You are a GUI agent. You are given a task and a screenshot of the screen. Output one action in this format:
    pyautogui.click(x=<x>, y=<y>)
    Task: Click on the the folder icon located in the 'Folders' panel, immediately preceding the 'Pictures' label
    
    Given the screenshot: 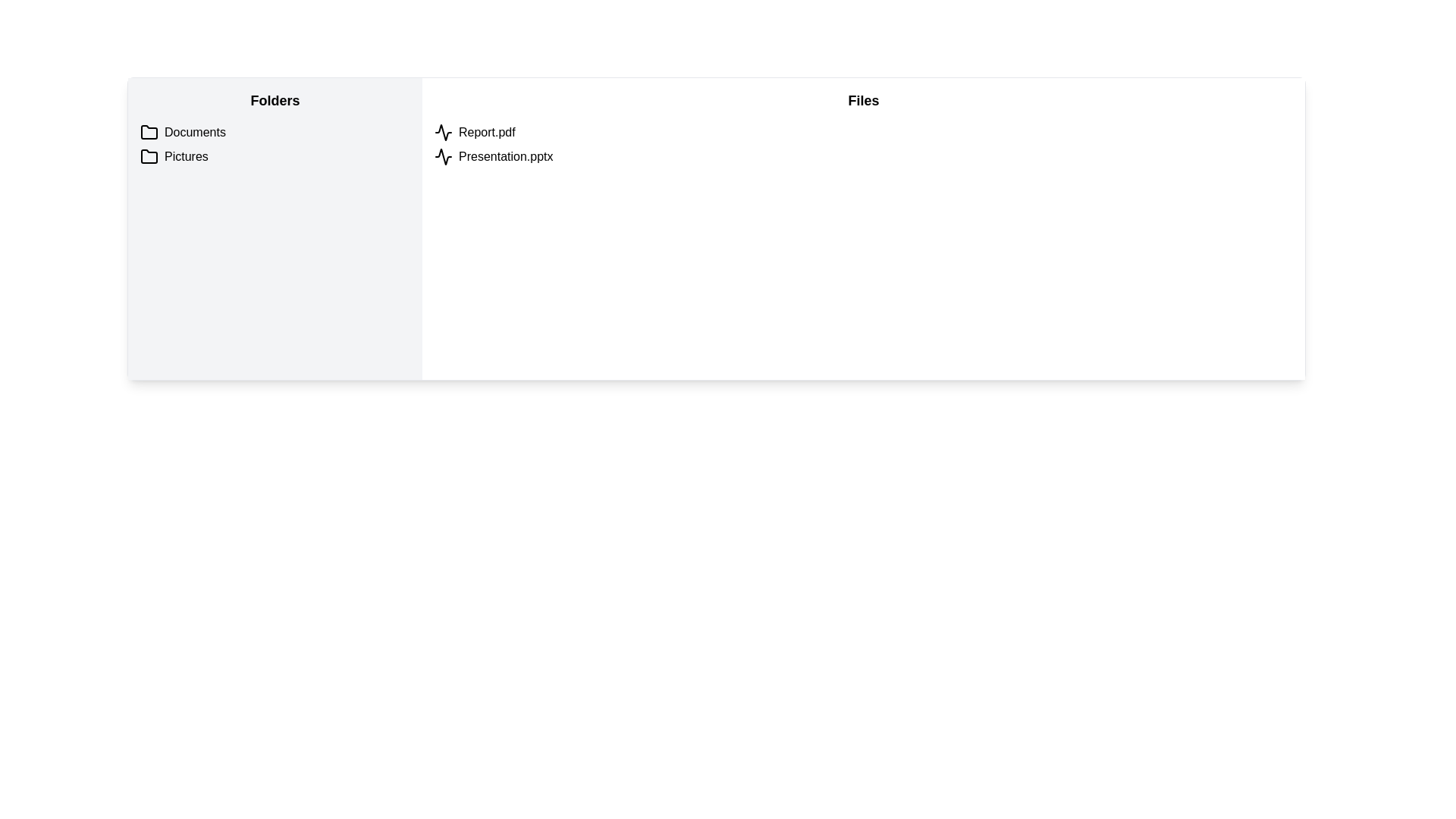 What is the action you would take?
    pyautogui.click(x=149, y=157)
    